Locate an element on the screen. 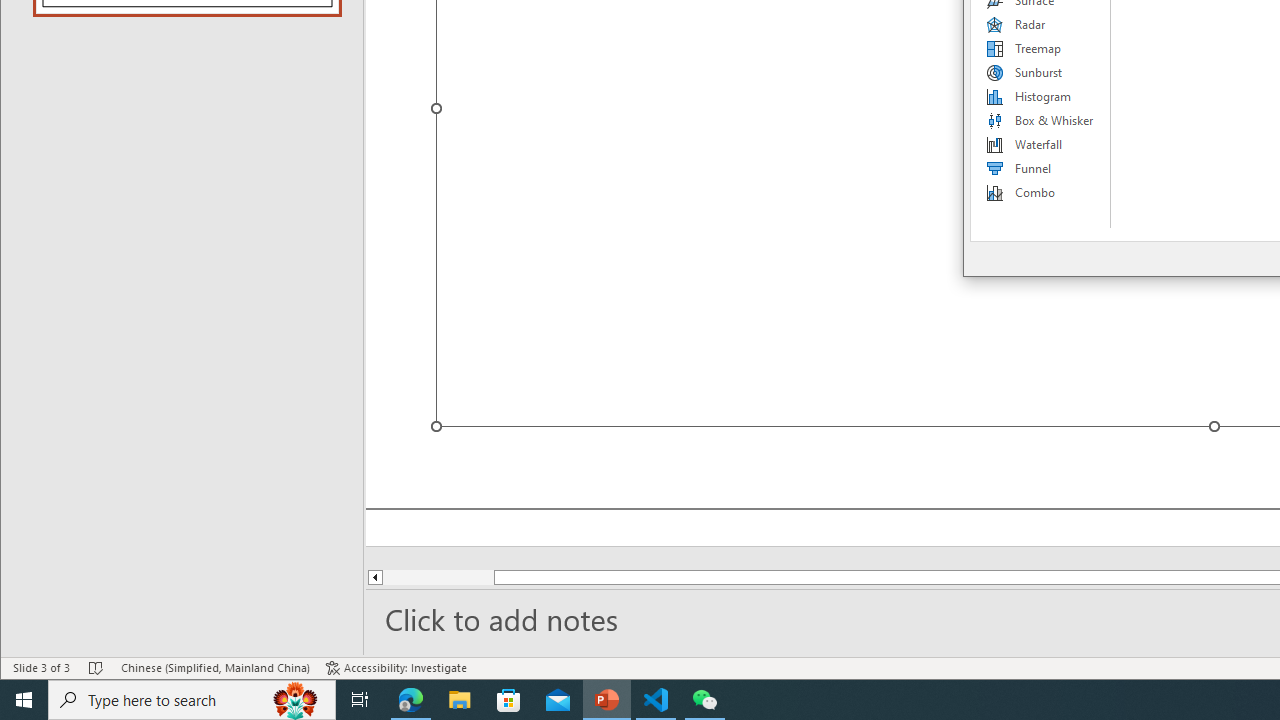 The width and height of the screenshot is (1280, 720). 'PowerPoint - 1 running window' is located at coordinates (606, 698).